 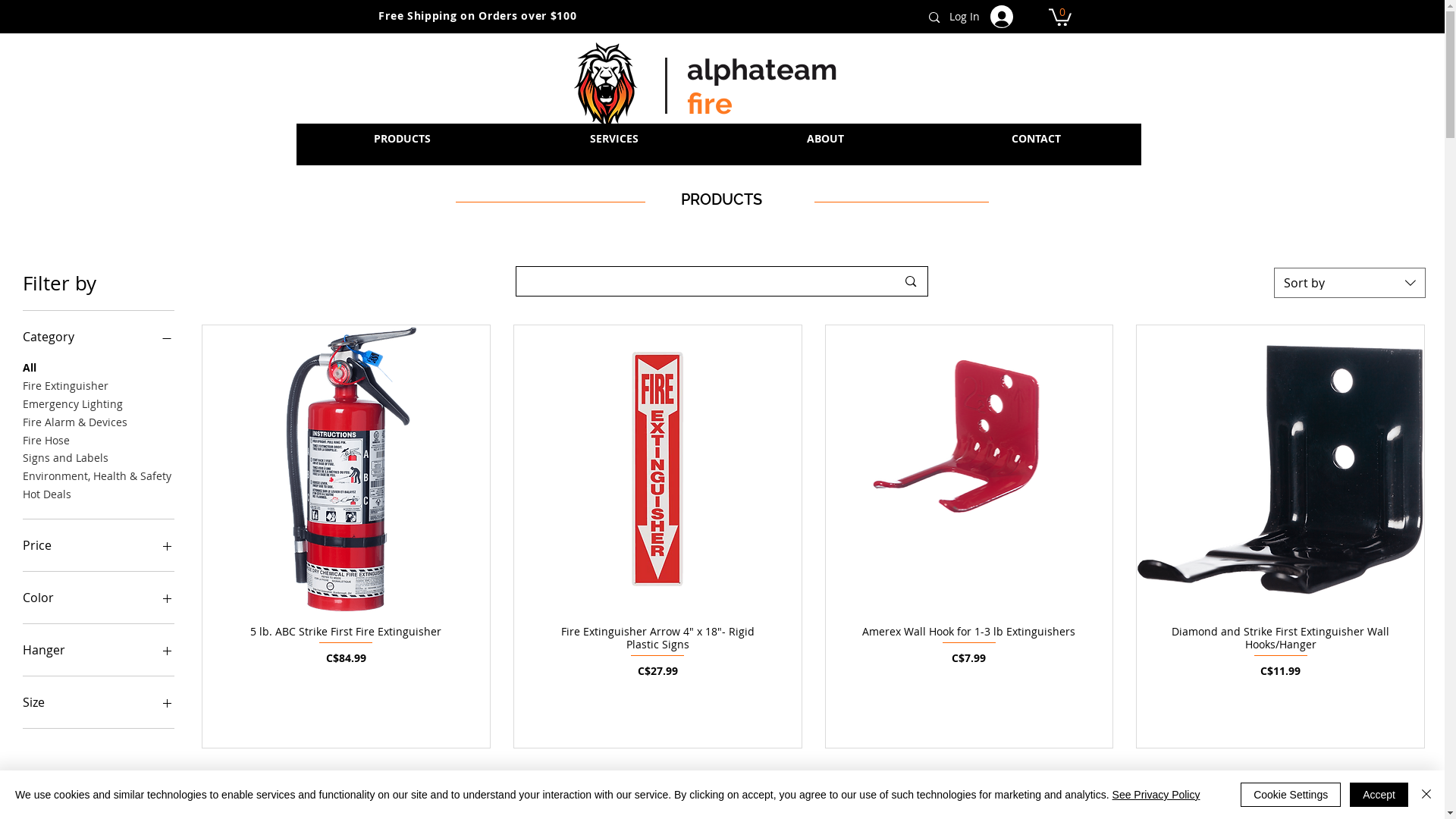 I want to click on '0', so click(x=1058, y=16).